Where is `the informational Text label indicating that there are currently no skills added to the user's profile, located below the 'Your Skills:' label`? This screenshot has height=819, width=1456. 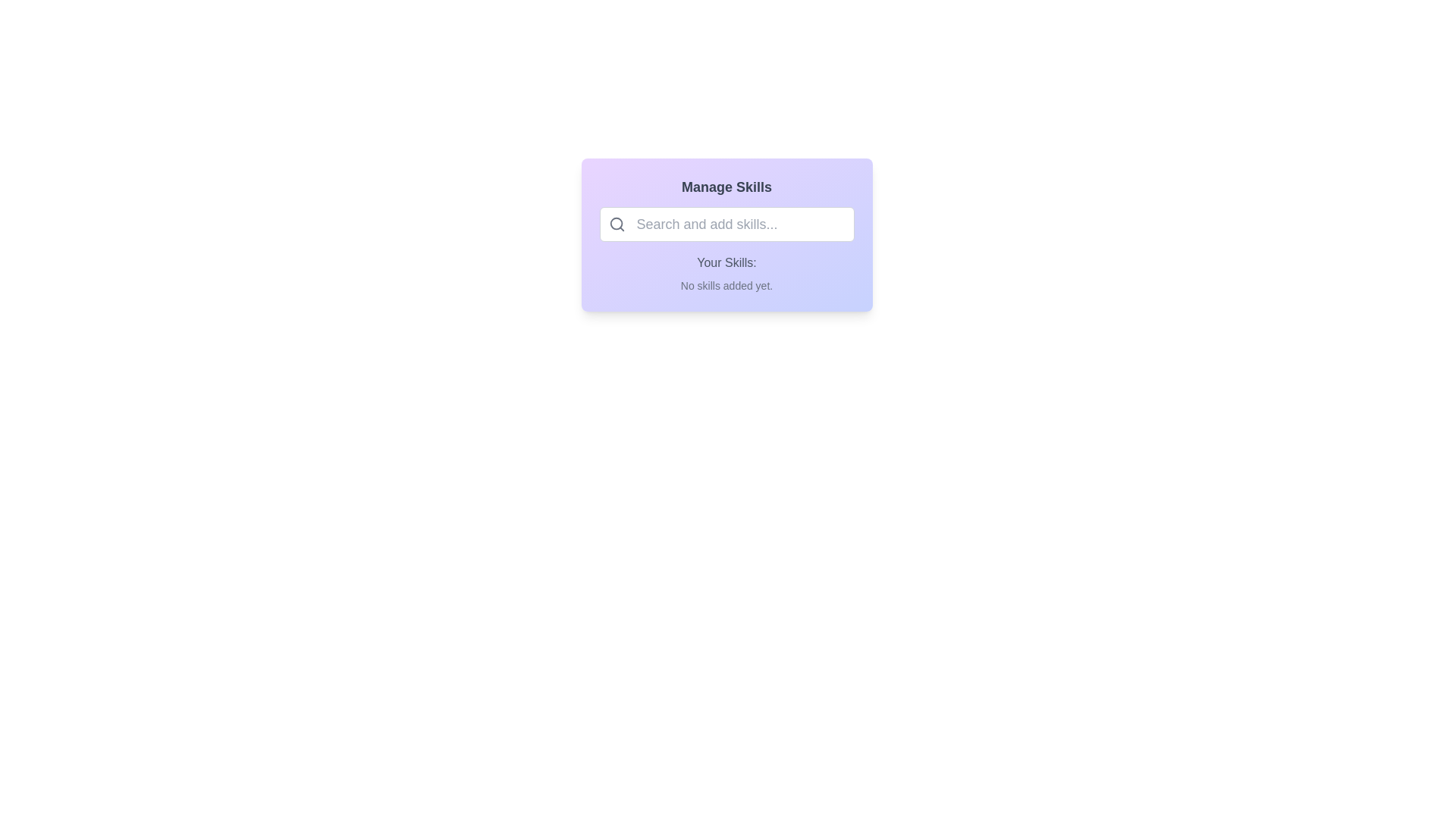
the informational Text label indicating that there are currently no skills added to the user's profile, located below the 'Your Skills:' label is located at coordinates (726, 286).